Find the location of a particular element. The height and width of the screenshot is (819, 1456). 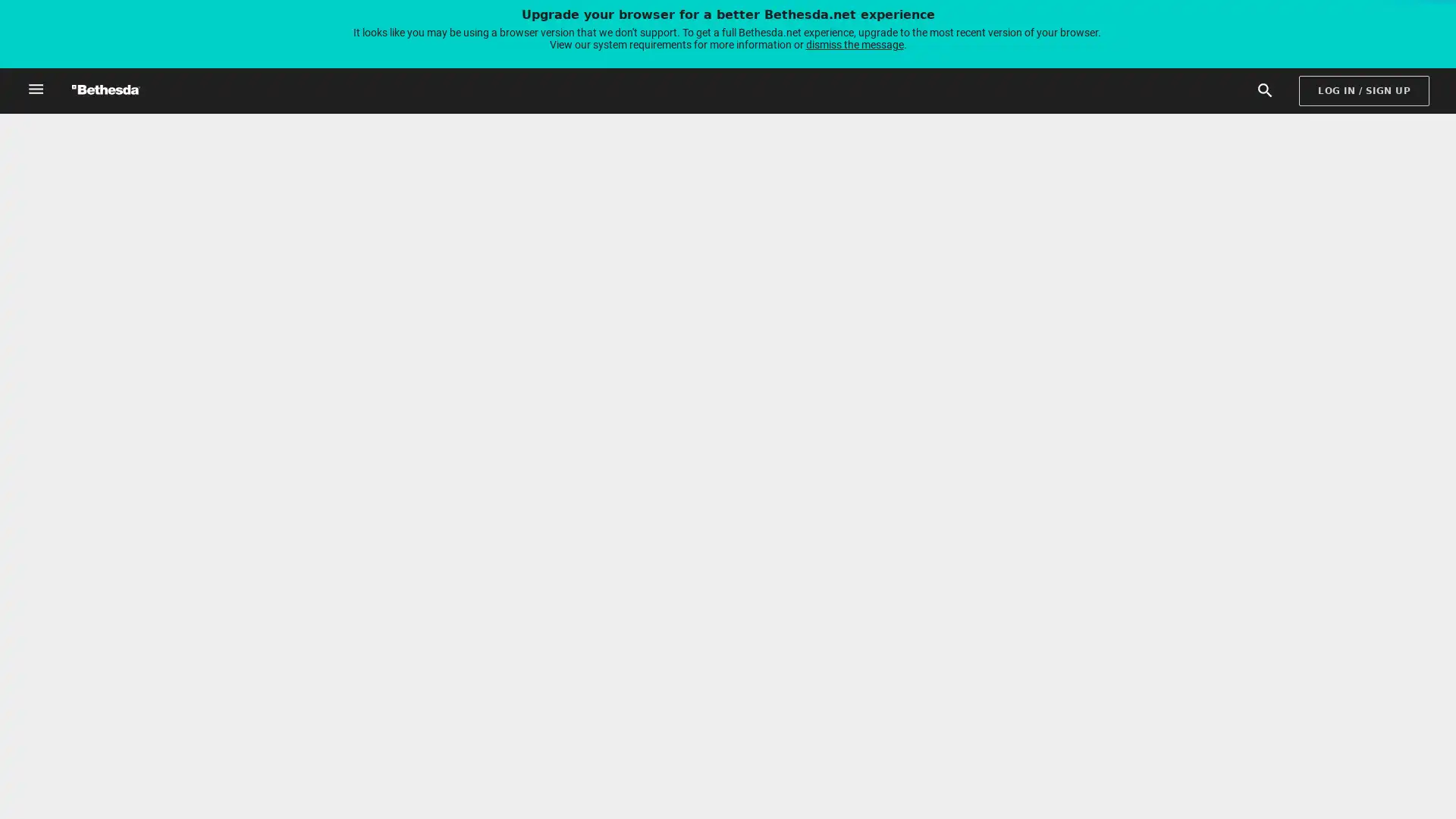

Open Global Navigation Menu is located at coordinates (36, 88).